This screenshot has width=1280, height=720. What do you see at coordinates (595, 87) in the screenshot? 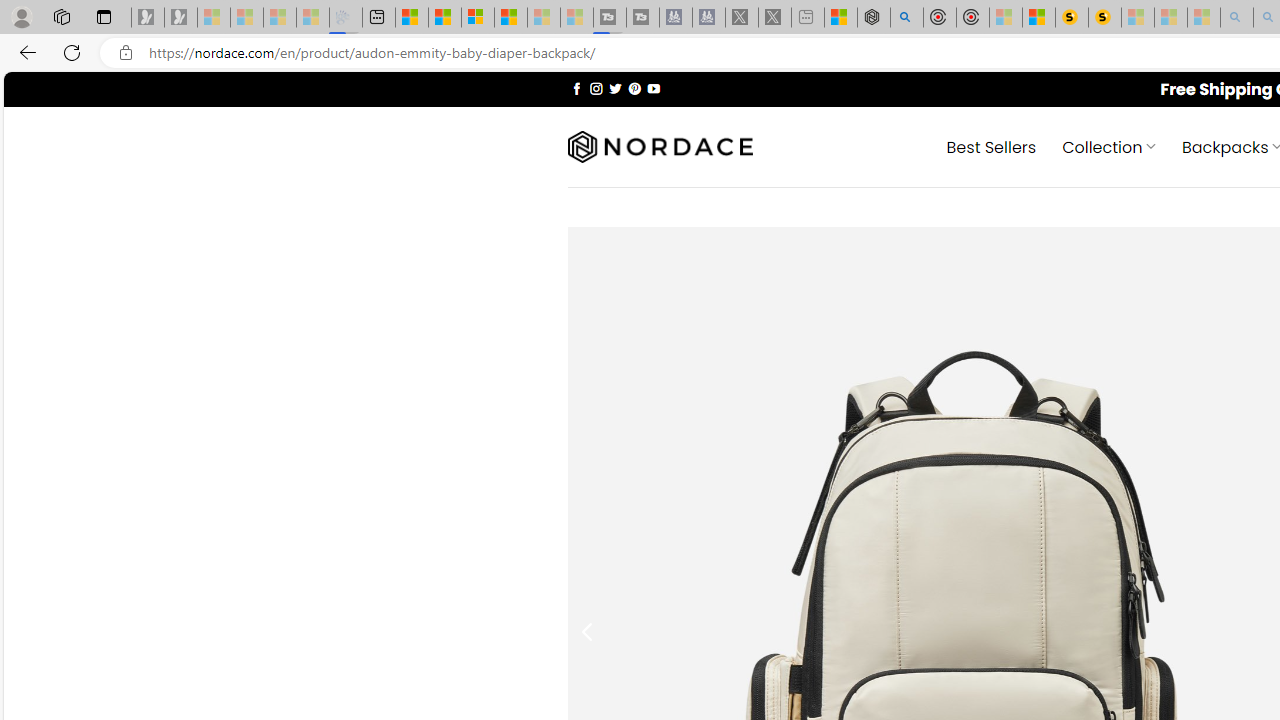
I see `'Follow on Instagram'` at bounding box center [595, 87].